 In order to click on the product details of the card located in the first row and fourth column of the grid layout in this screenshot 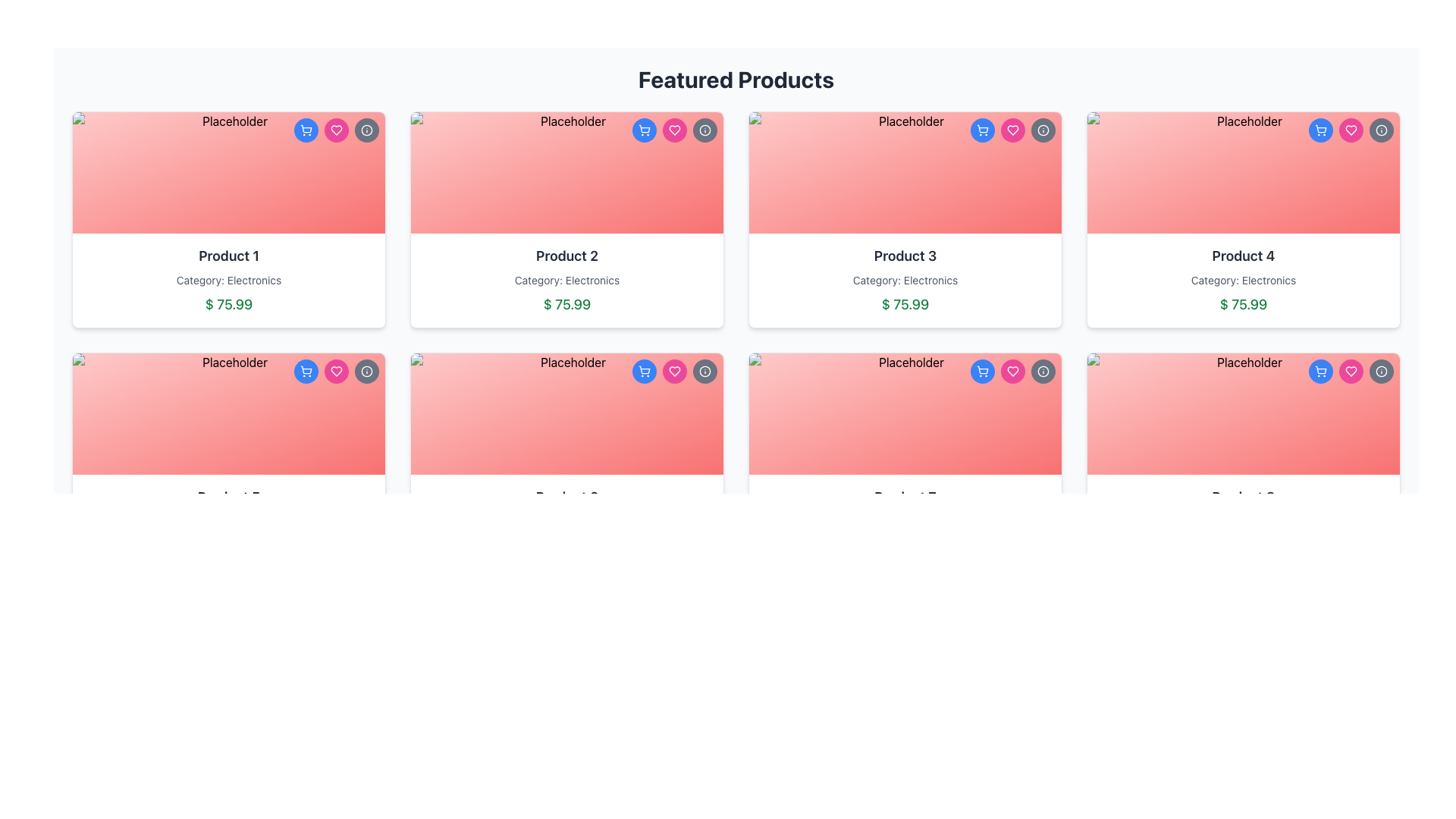, I will do `click(1244, 219)`.